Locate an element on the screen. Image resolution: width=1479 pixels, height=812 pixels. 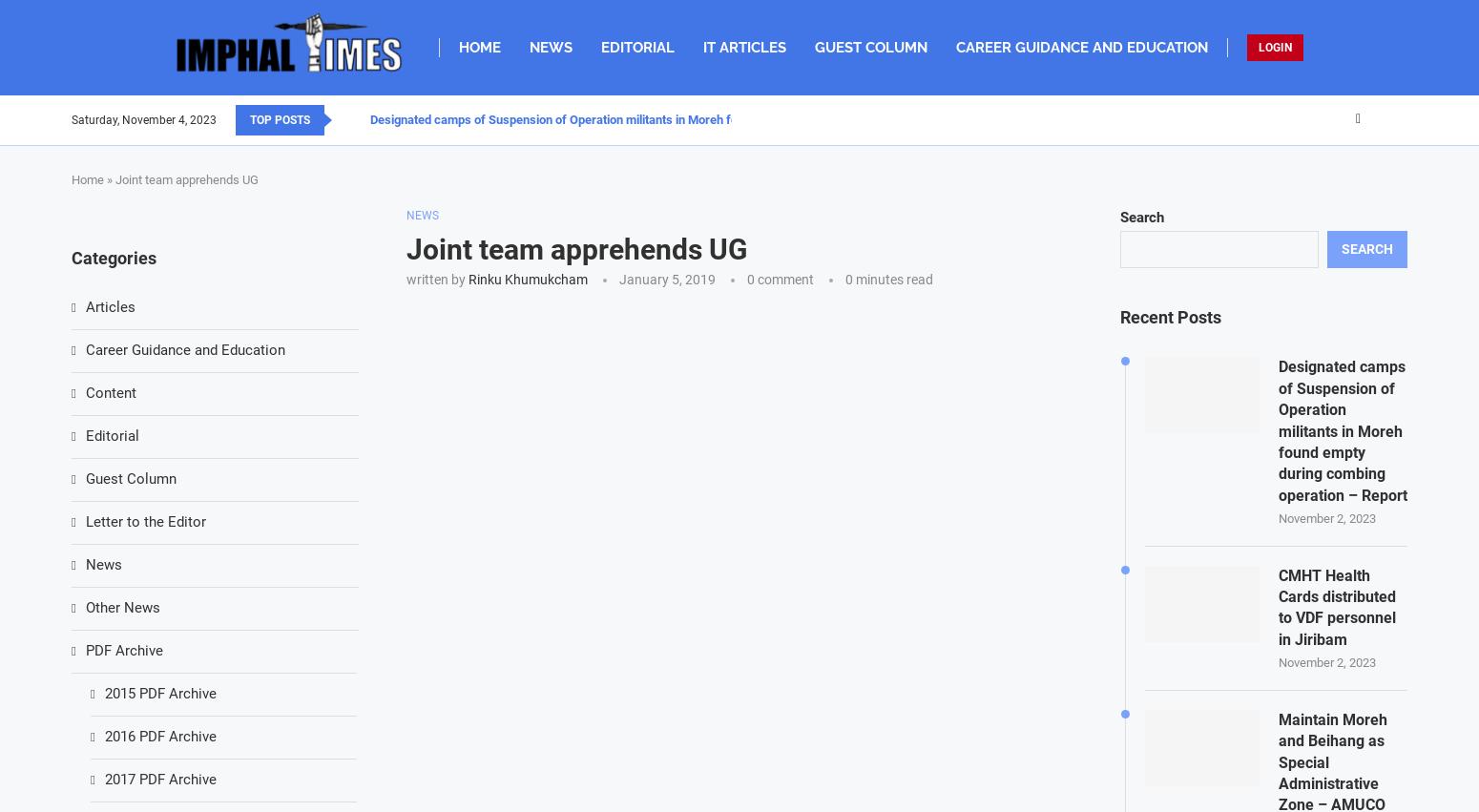
'Letter to the Editor' is located at coordinates (145, 521).